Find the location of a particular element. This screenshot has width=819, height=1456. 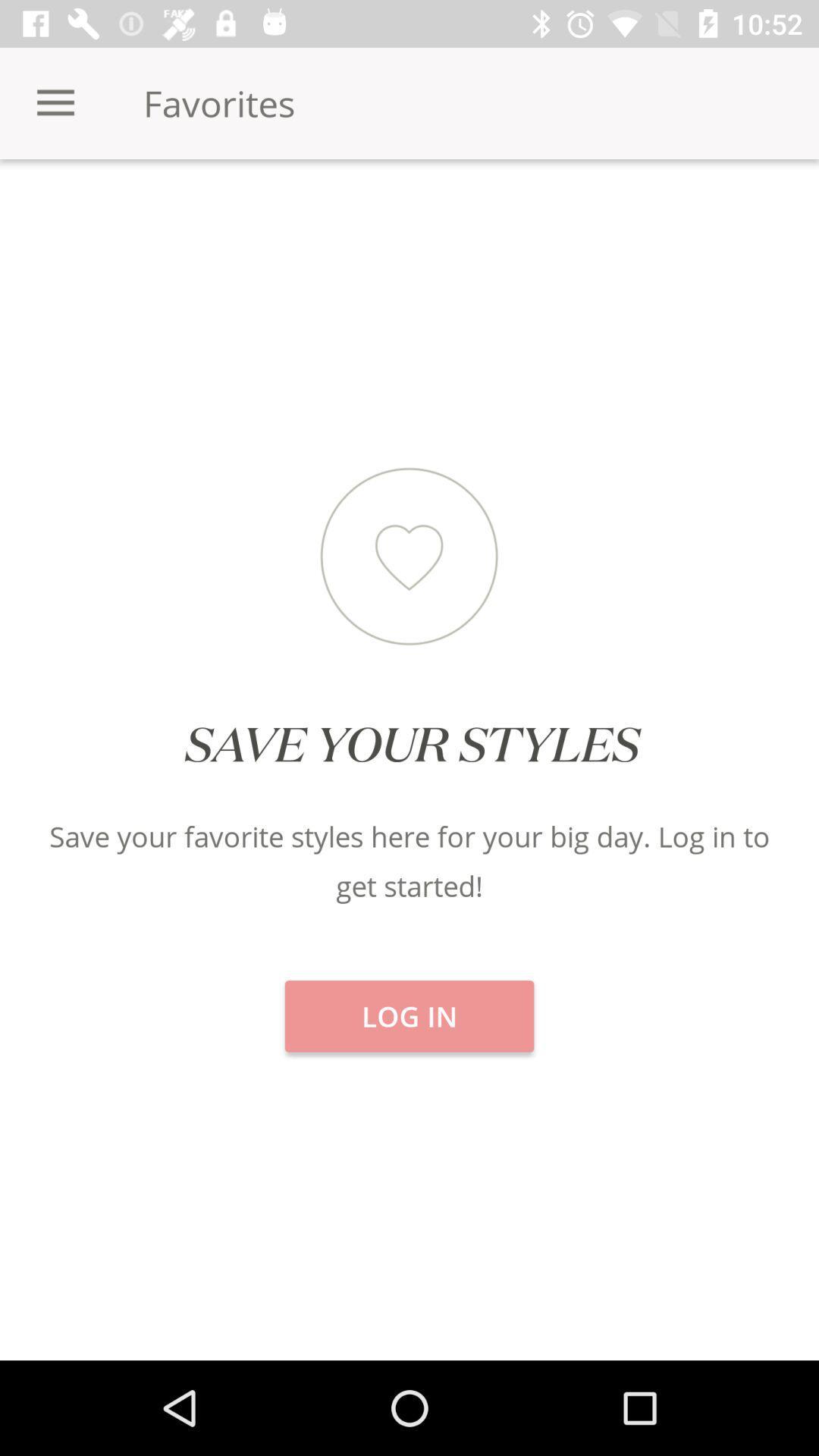

icon next to brands icon is located at coordinates (409, 212).